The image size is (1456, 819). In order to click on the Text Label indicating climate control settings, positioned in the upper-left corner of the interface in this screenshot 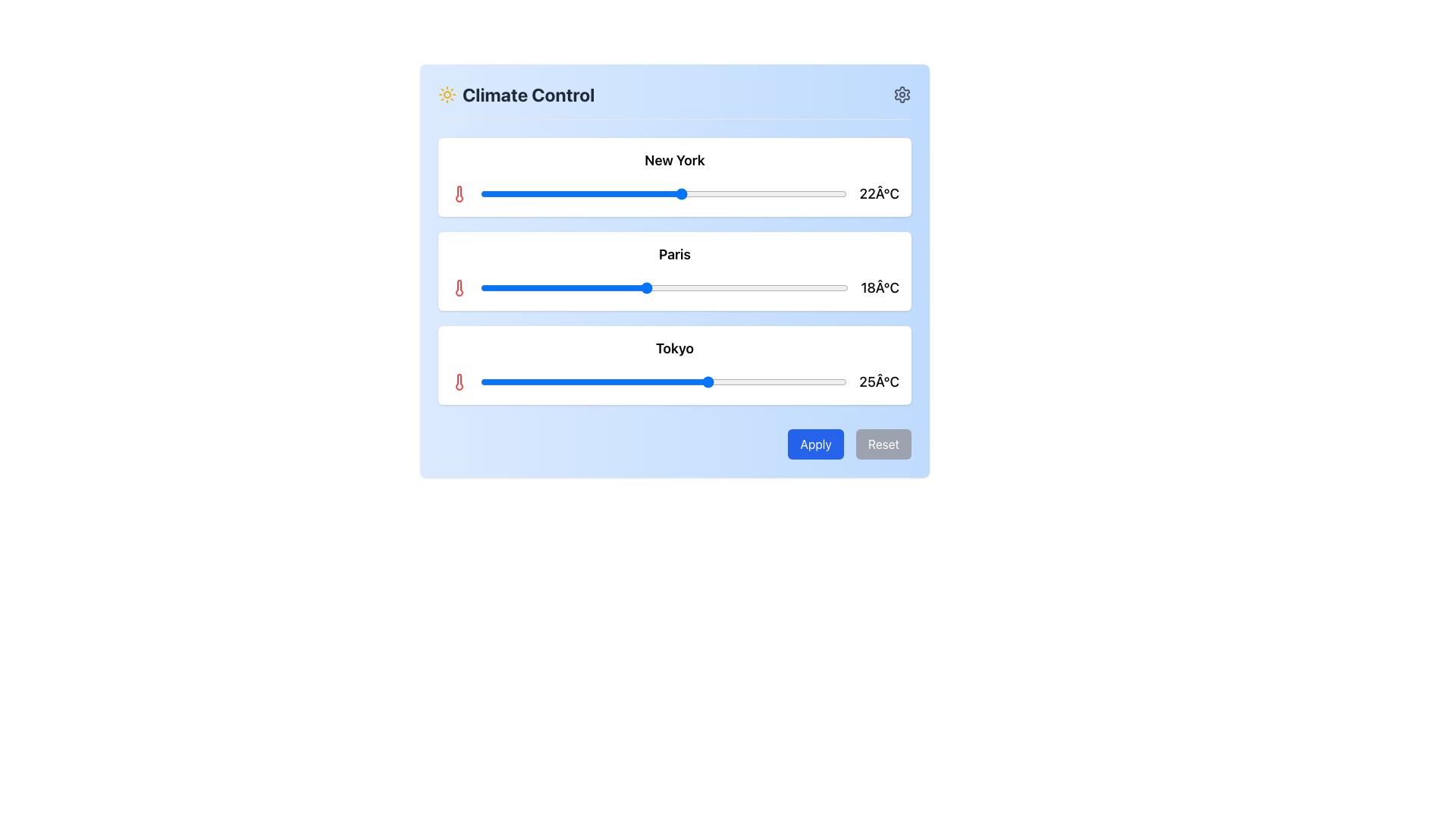, I will do `click(529, 94)`.